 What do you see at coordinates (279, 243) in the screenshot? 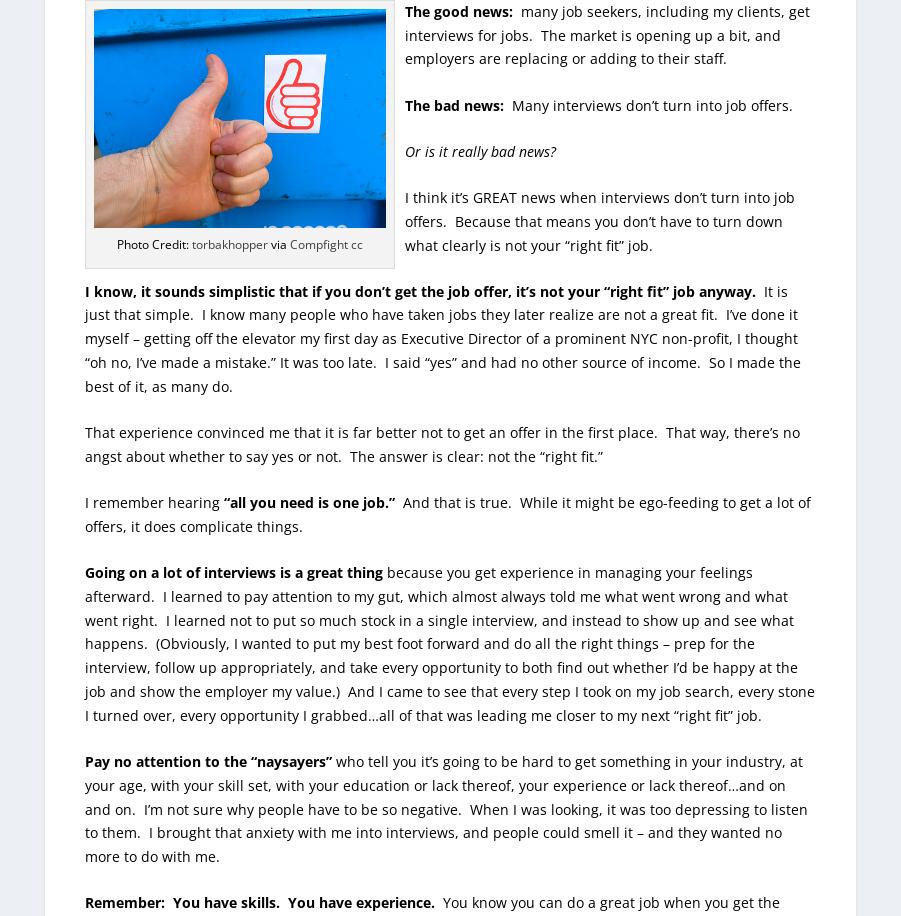
I see `'via'` at bounding box center [279, 243].